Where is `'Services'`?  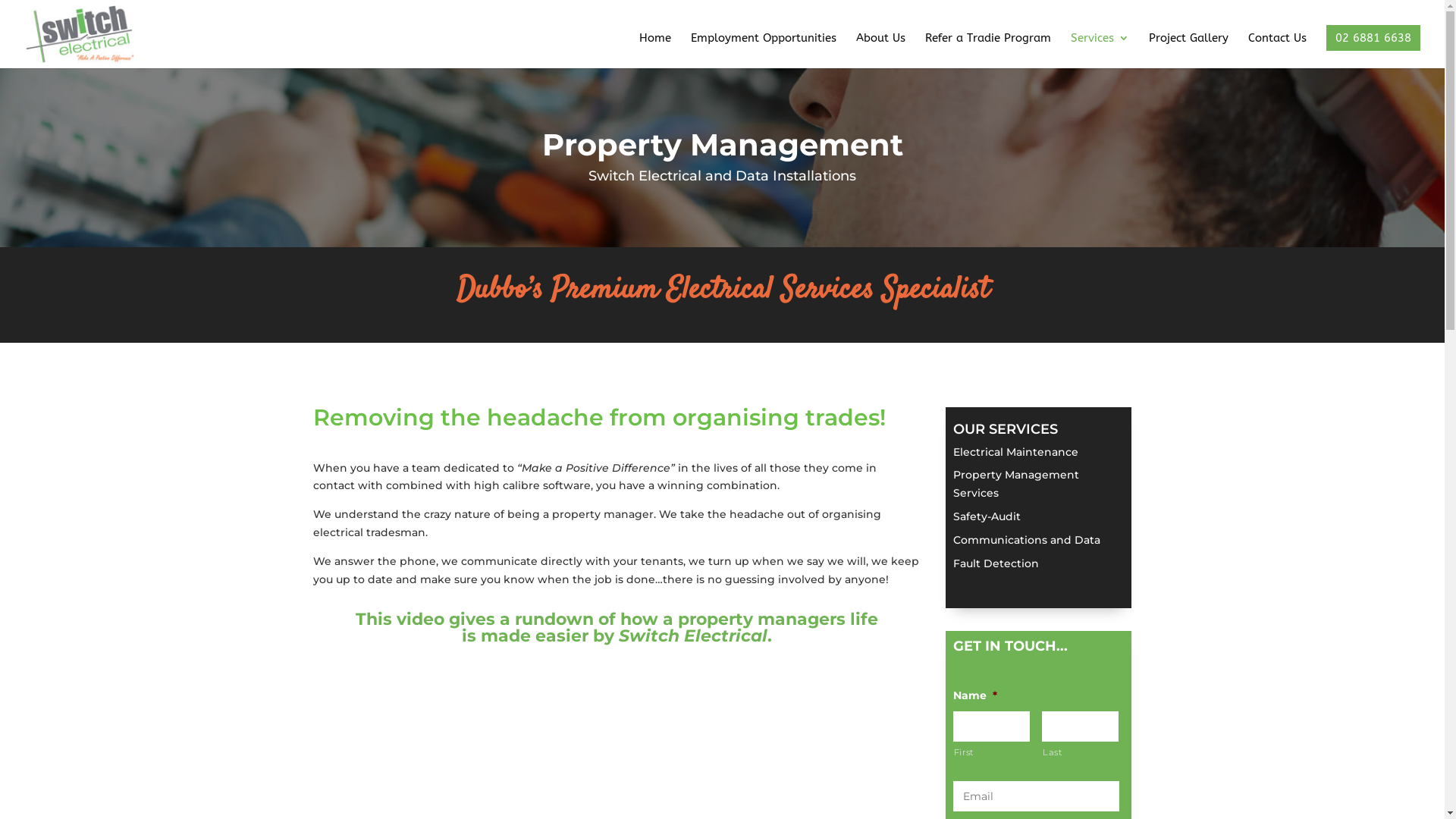
'Services' is located at coordinates (1069, 49).